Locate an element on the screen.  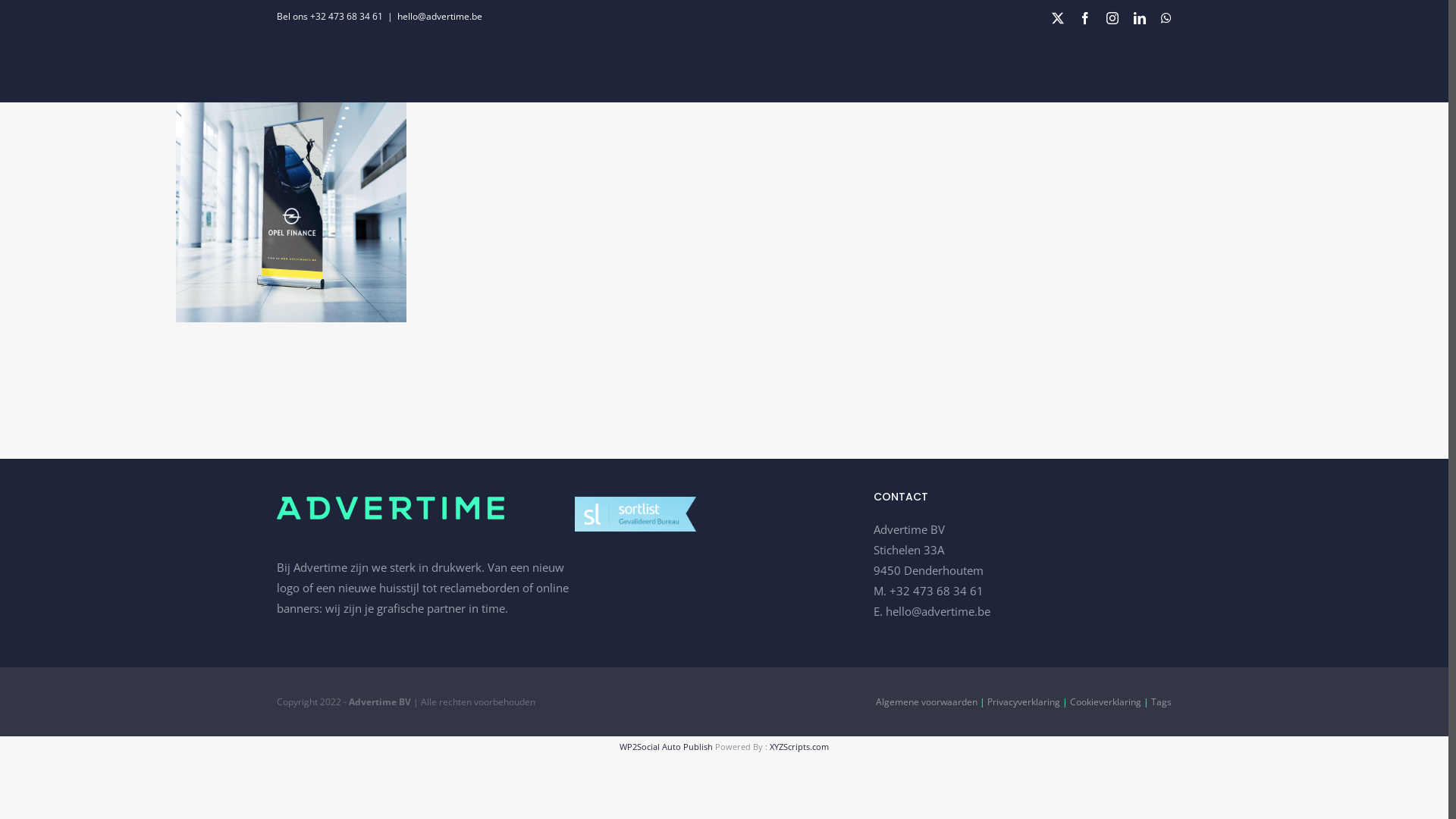
'LinkedIn' is located at coordinates (1139, 17).